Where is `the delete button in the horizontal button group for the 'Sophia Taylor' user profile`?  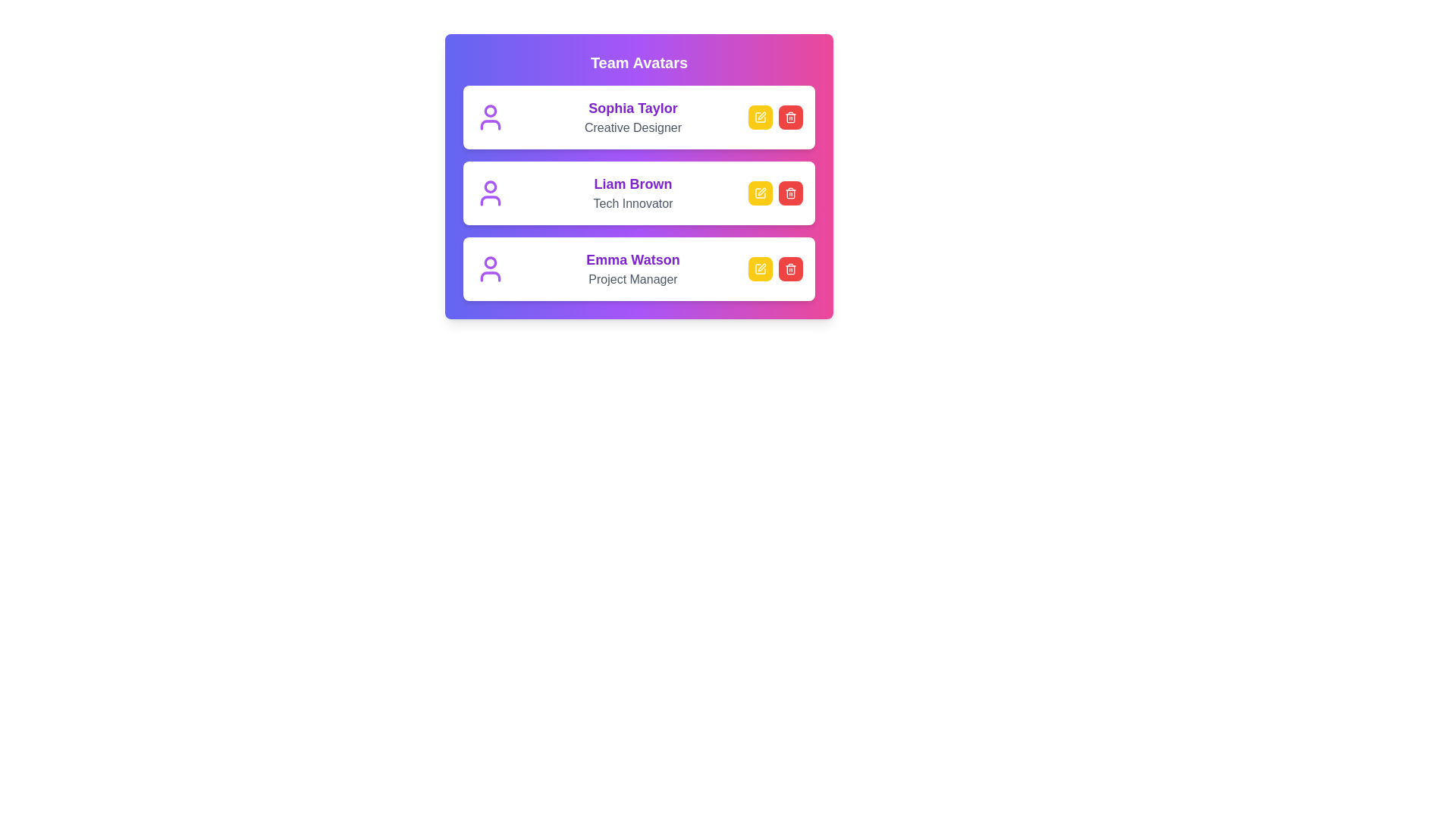 the delete button in the horizontal button group for the 'Sophia Taylor' user profile is located at coordinates (775, 116).